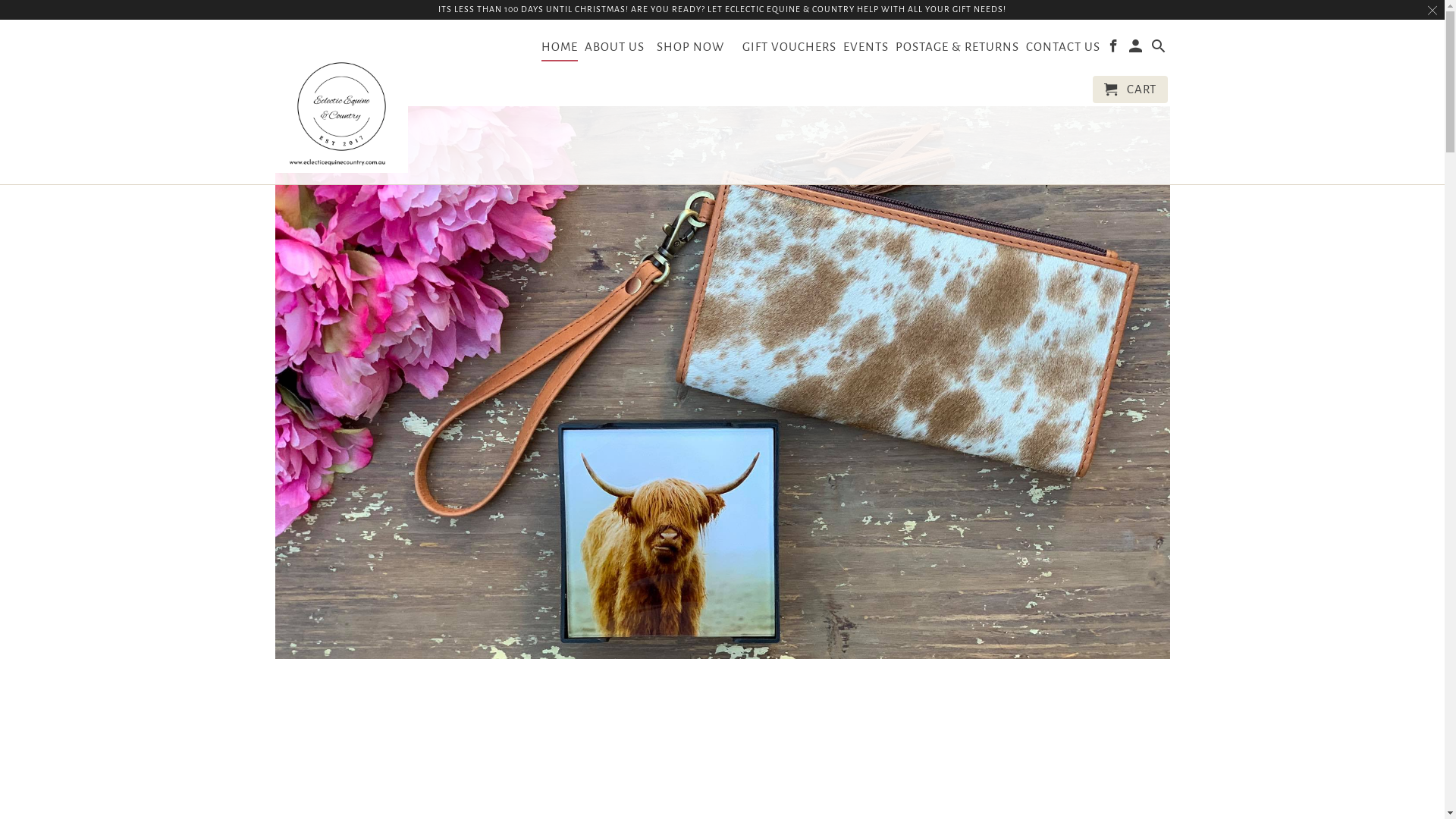 Image resolution: width=1456 pixels, height=819 pixels. Describe the element at coordinates (1062, 49) in the screenshot. I see `'CONTACT US'` at that location.